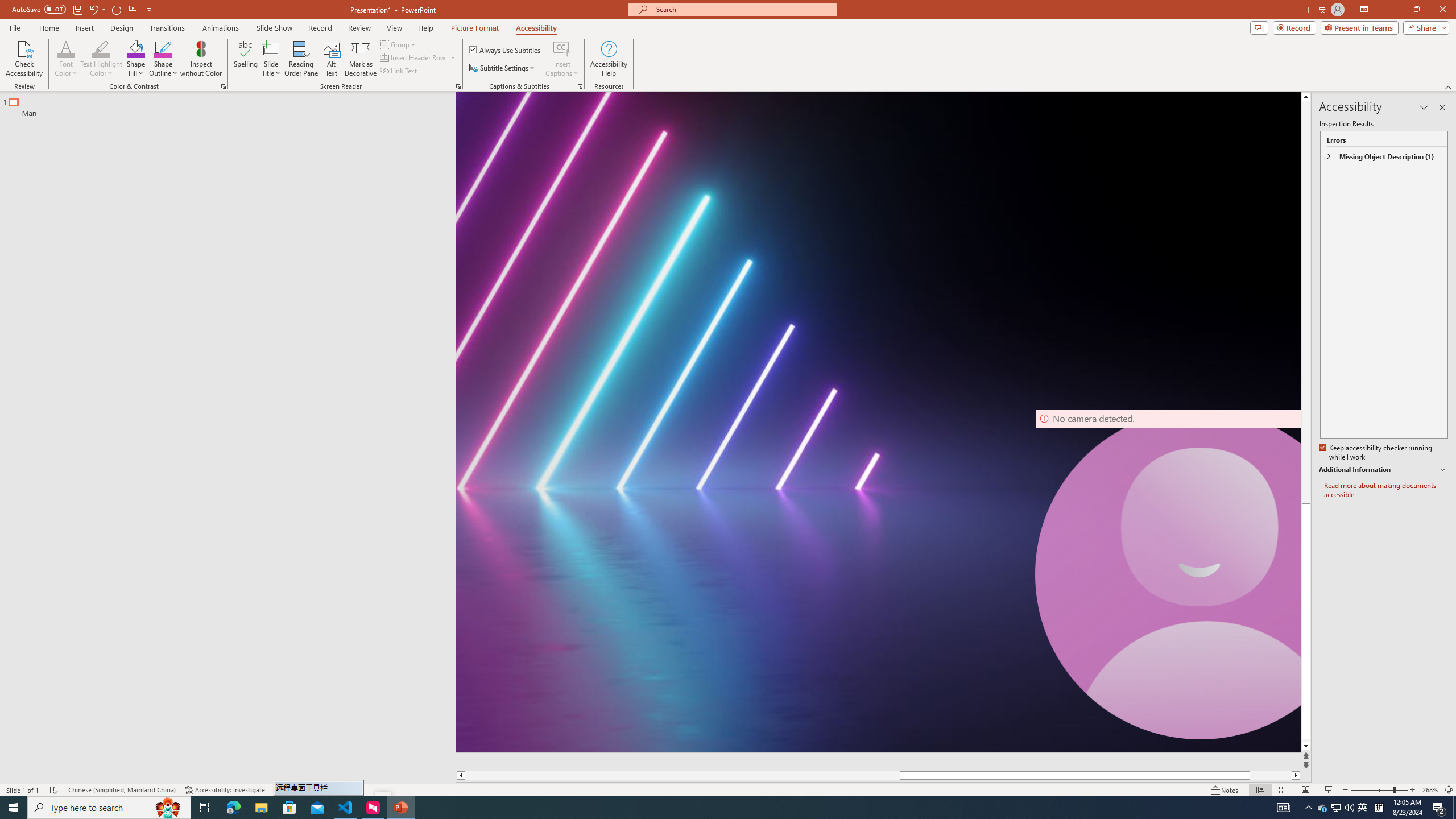 This screenshot has width=1456, height=819. I want to click on 'Transitions', so click(167, 28).